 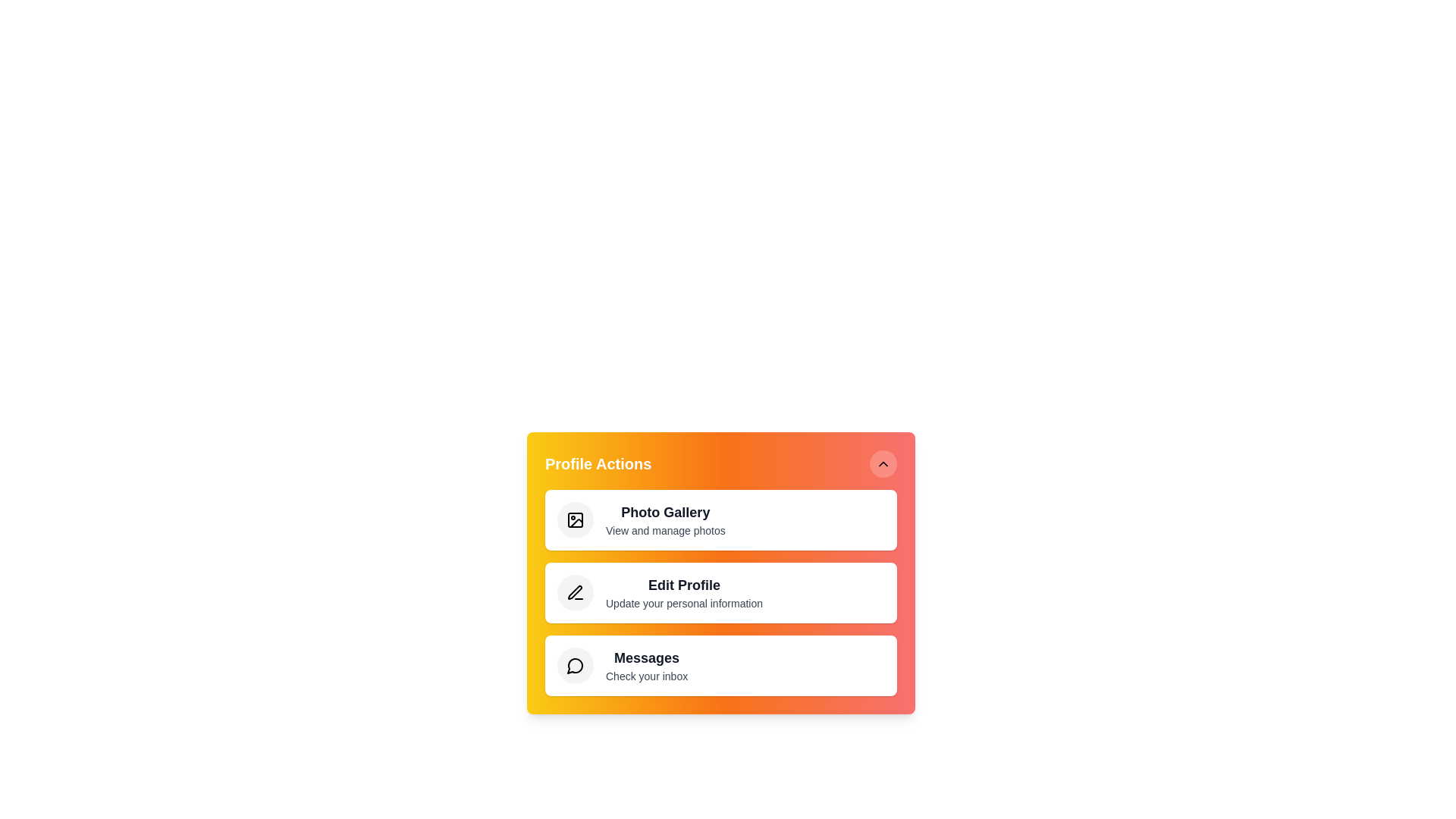 I want to click on the 'Photo Gallery' action in the menu, so click(x=720, y=519).